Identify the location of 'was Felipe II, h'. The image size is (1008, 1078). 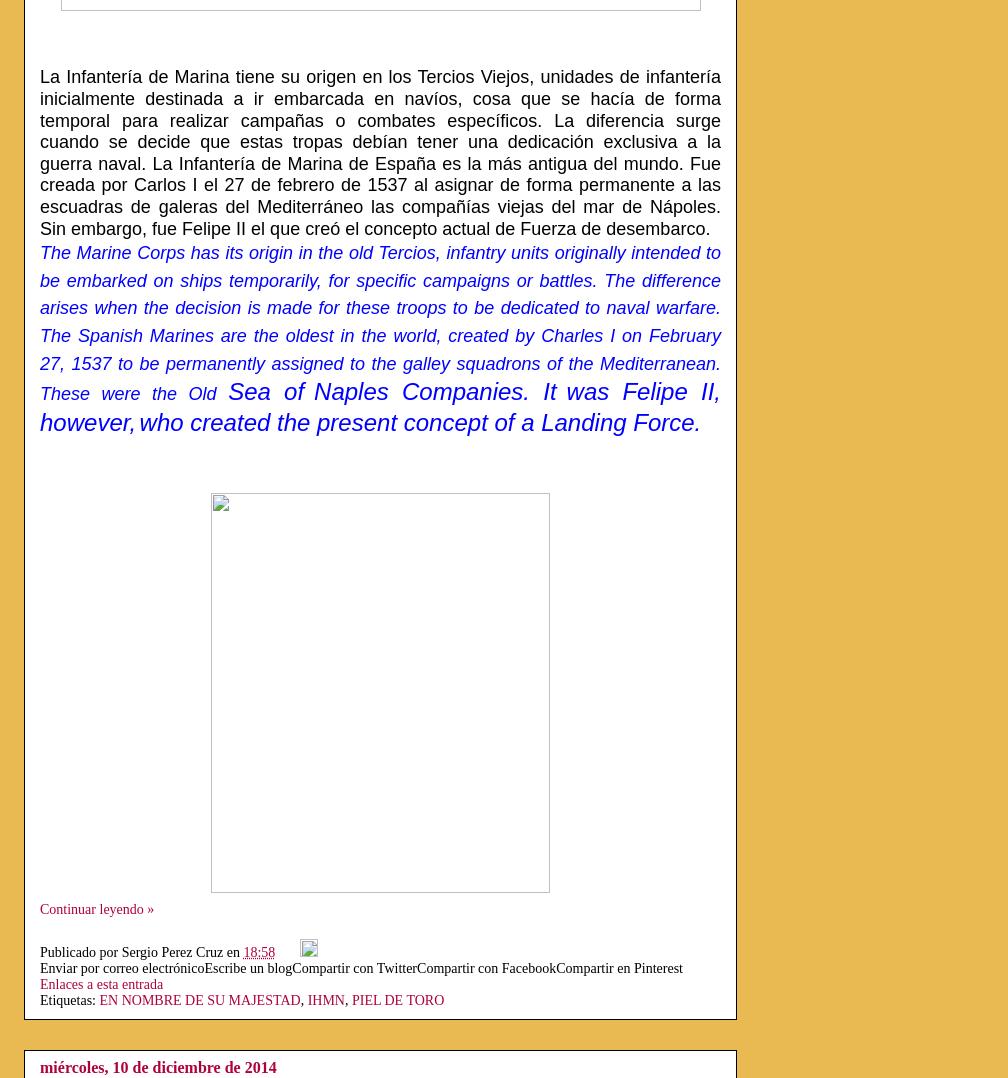
(40, 405).